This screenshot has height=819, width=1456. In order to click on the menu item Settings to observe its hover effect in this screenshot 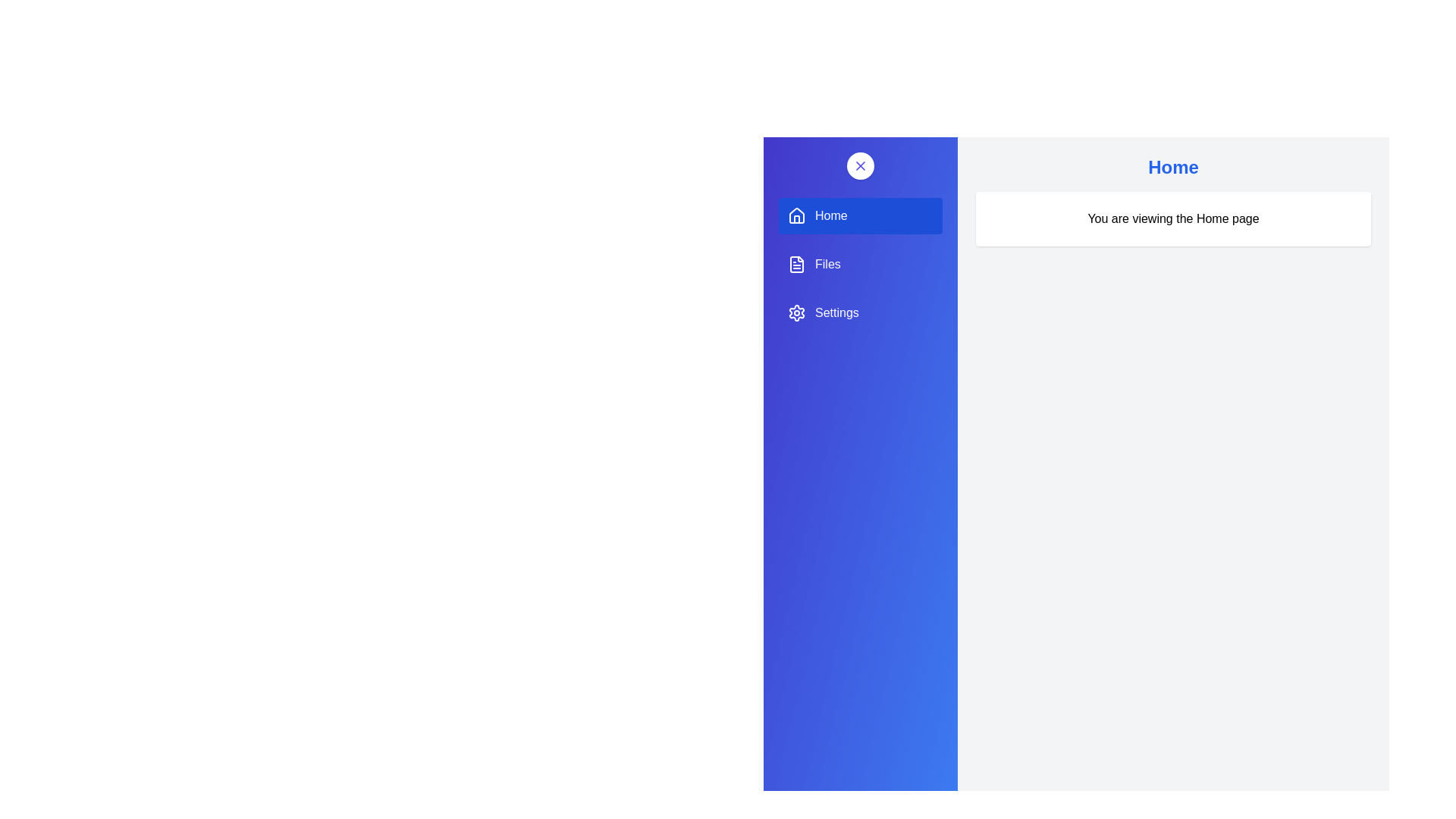, I will do `click(860, 312)`.